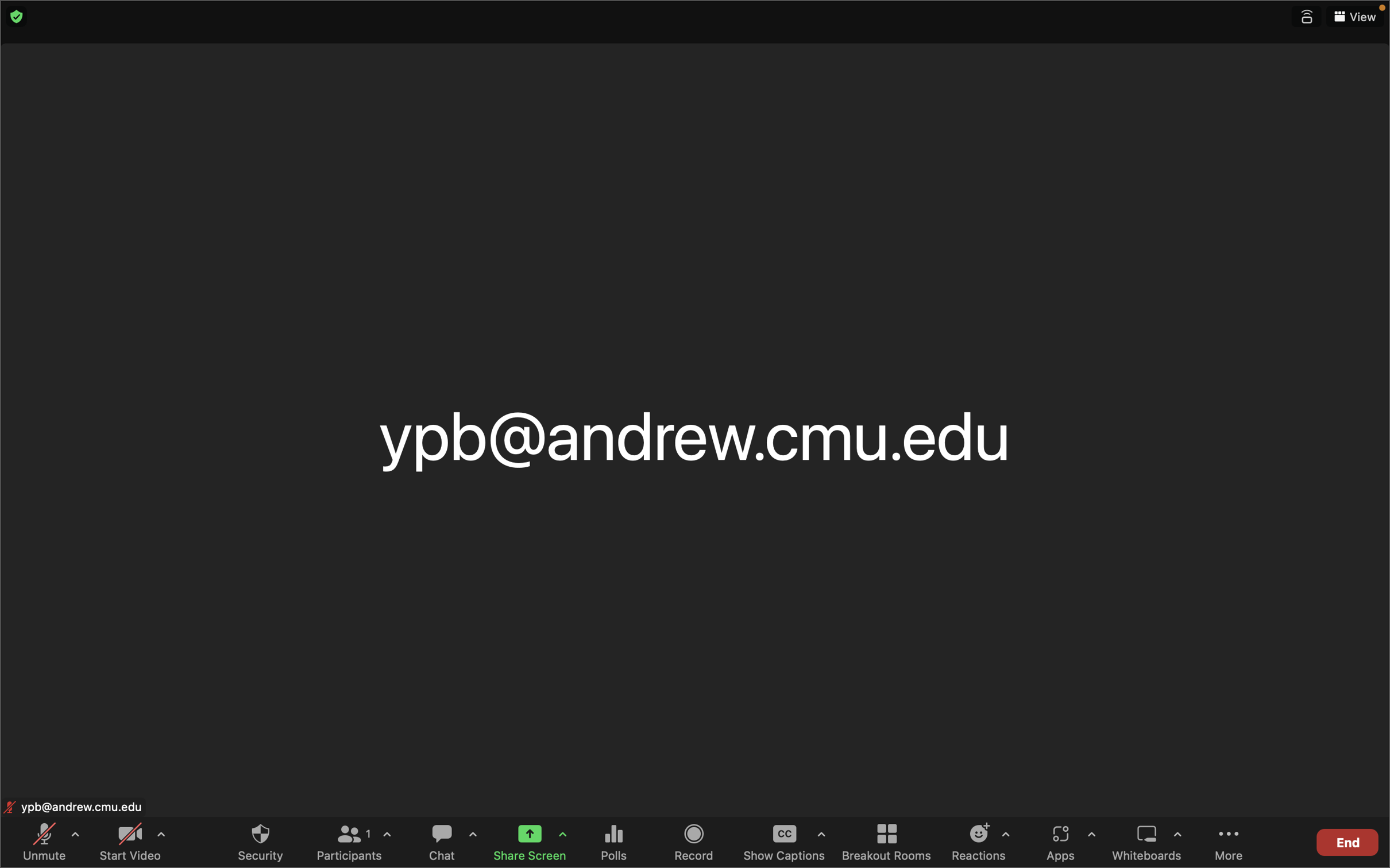  I want to click on the security options, so click(260, 841).